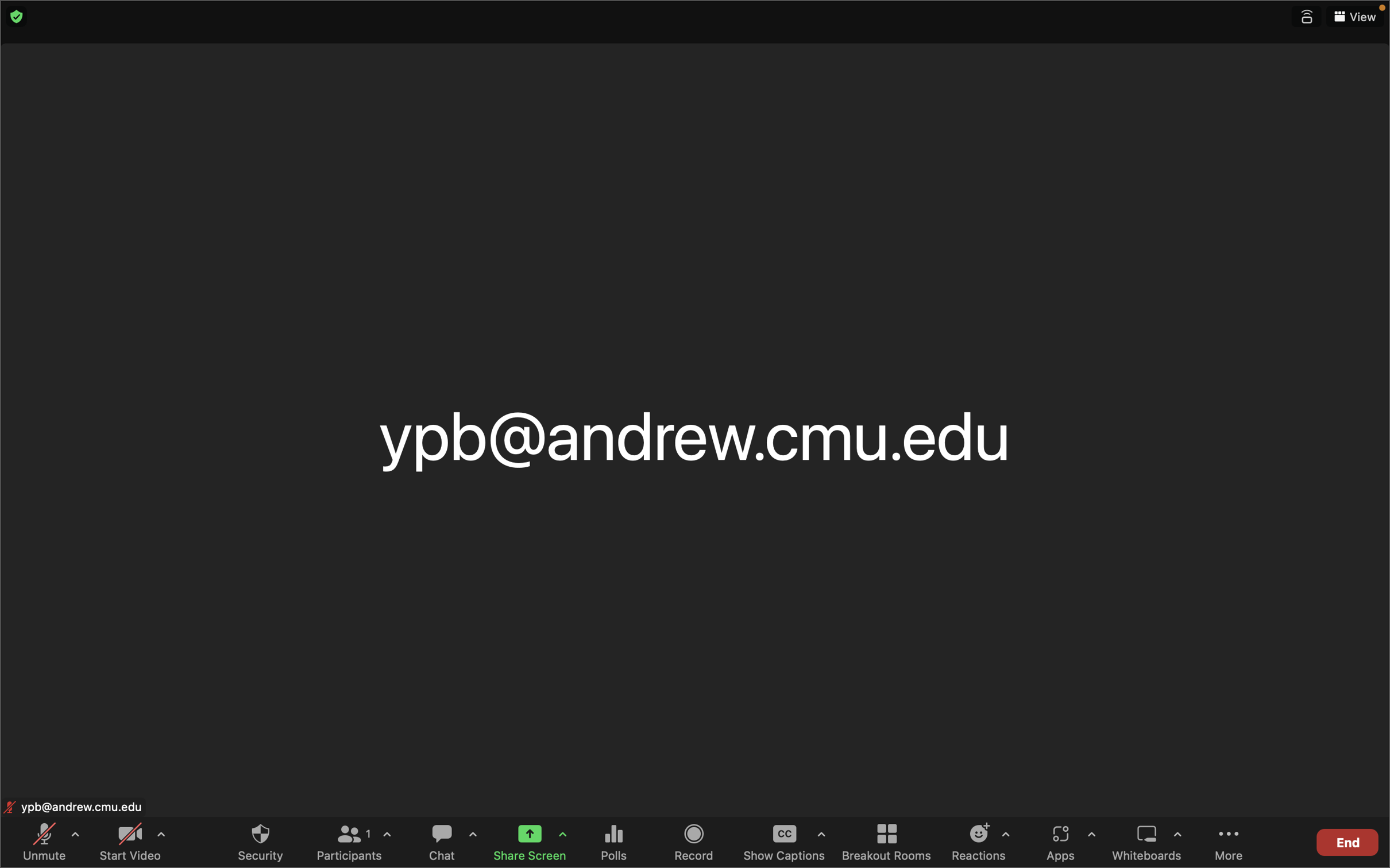  I want to click on the security options, so click(260, 841).